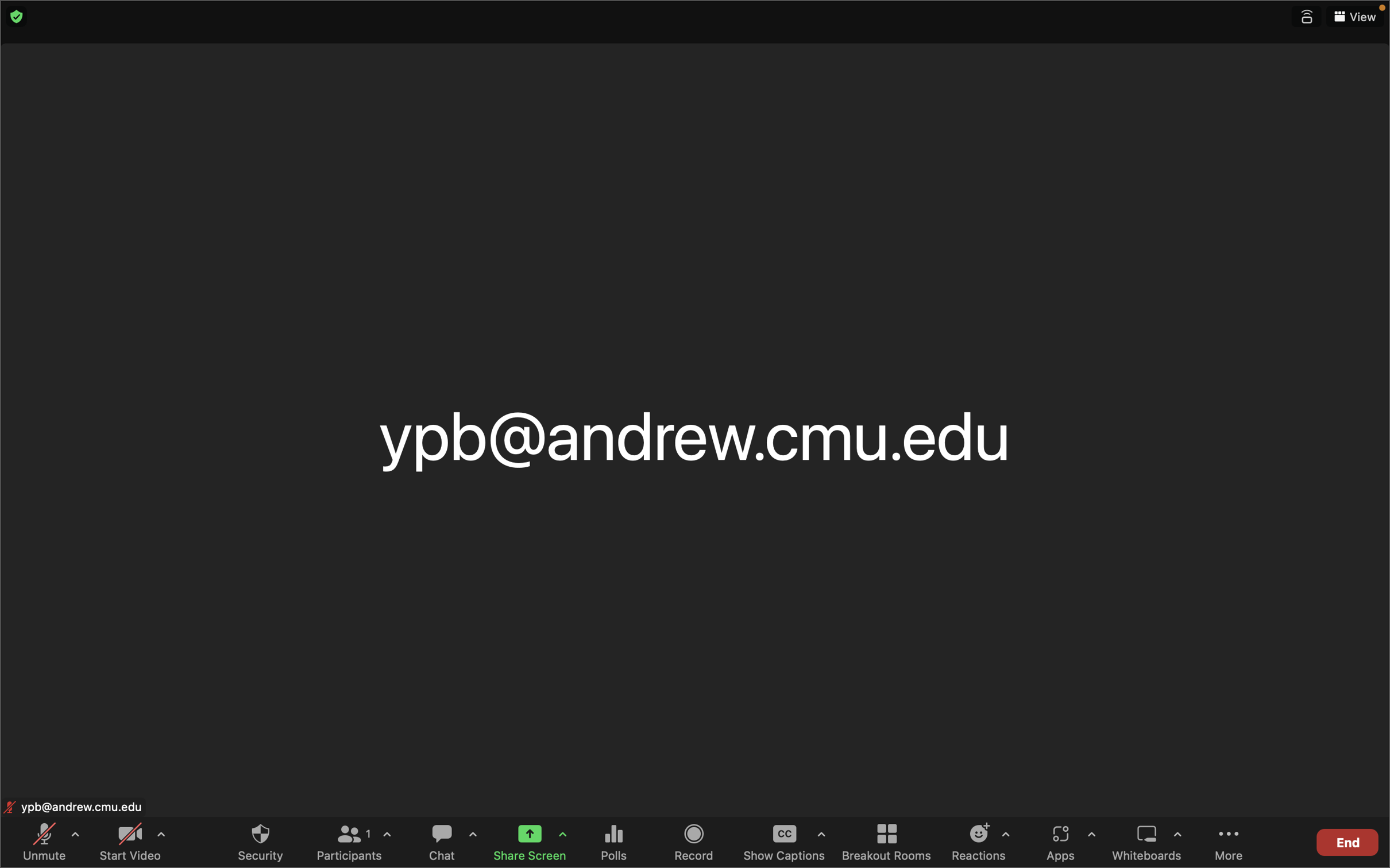  I want to click on the security options, so click(260, 841).